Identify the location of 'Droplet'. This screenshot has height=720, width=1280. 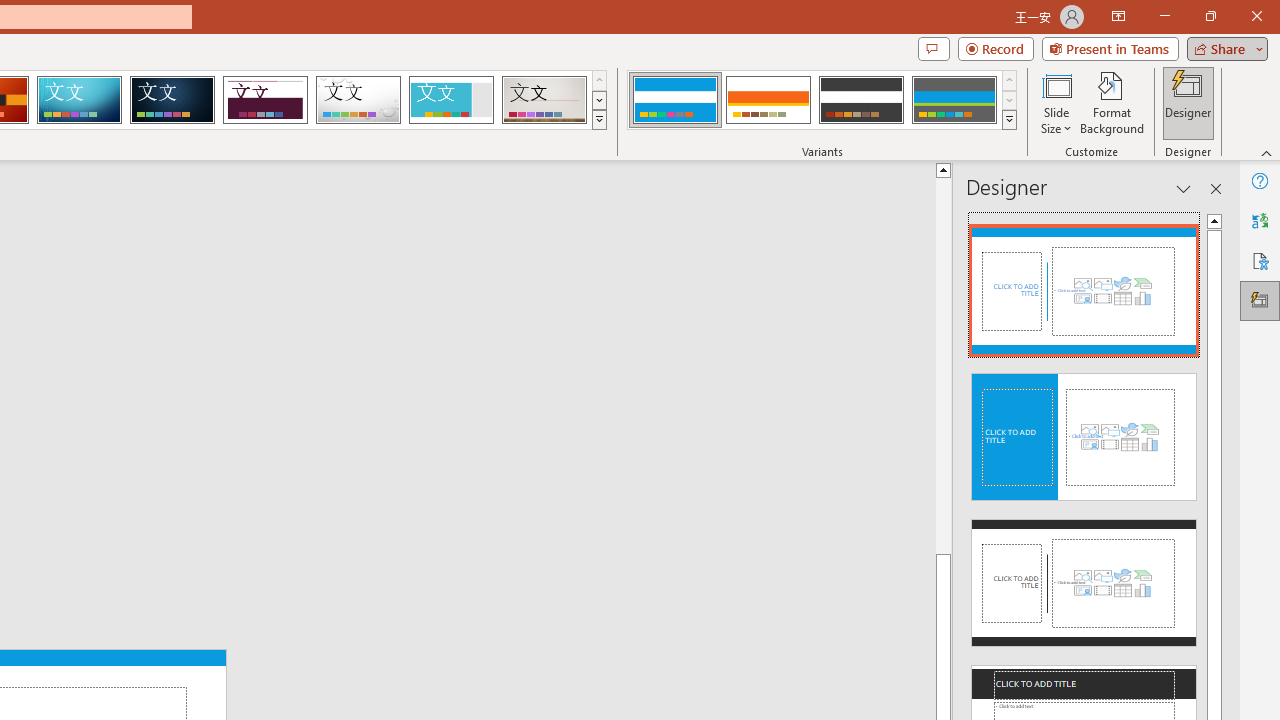
(358, 100).